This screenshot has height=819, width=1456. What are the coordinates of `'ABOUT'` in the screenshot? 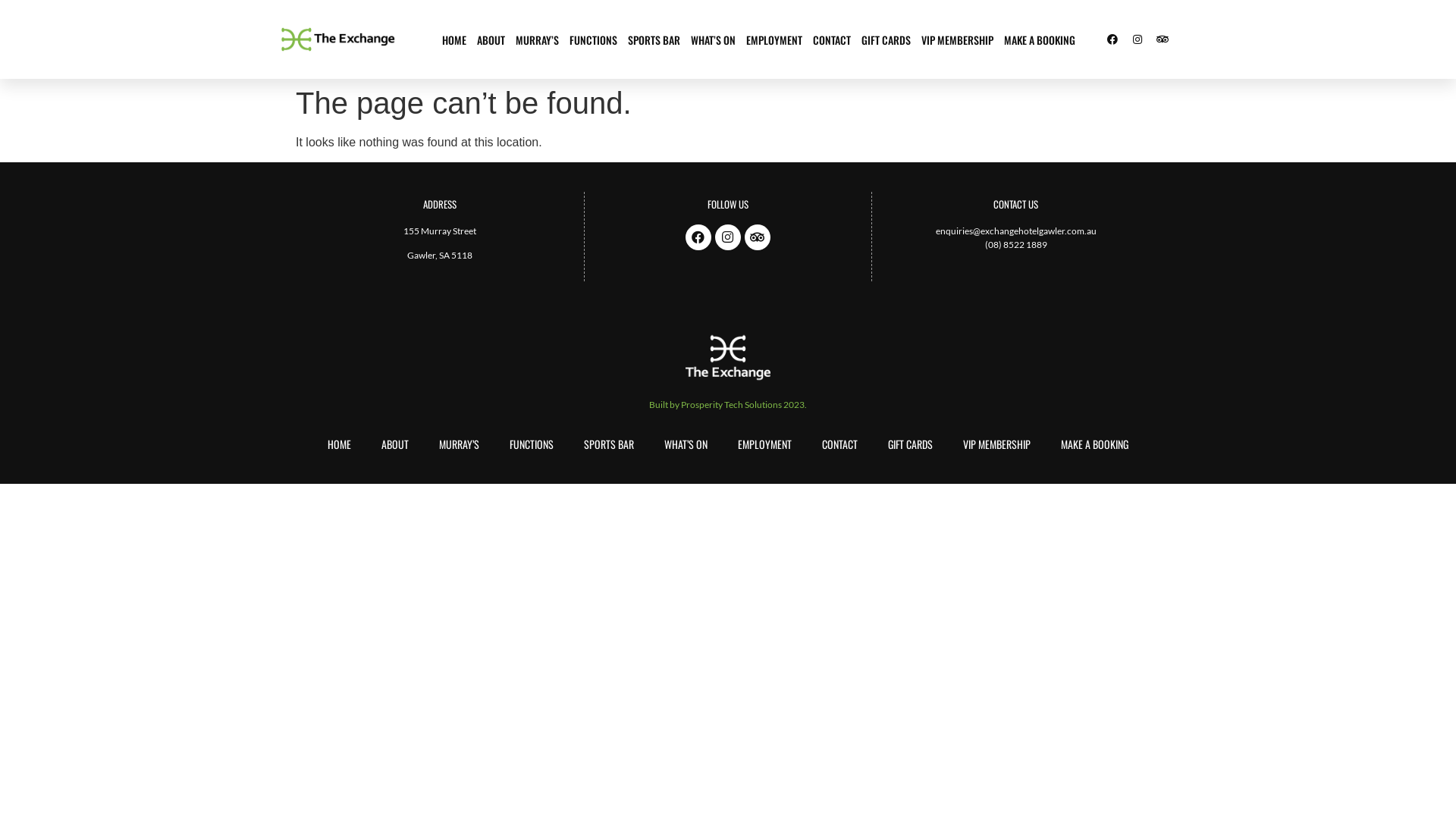 It's located at (491, 39).